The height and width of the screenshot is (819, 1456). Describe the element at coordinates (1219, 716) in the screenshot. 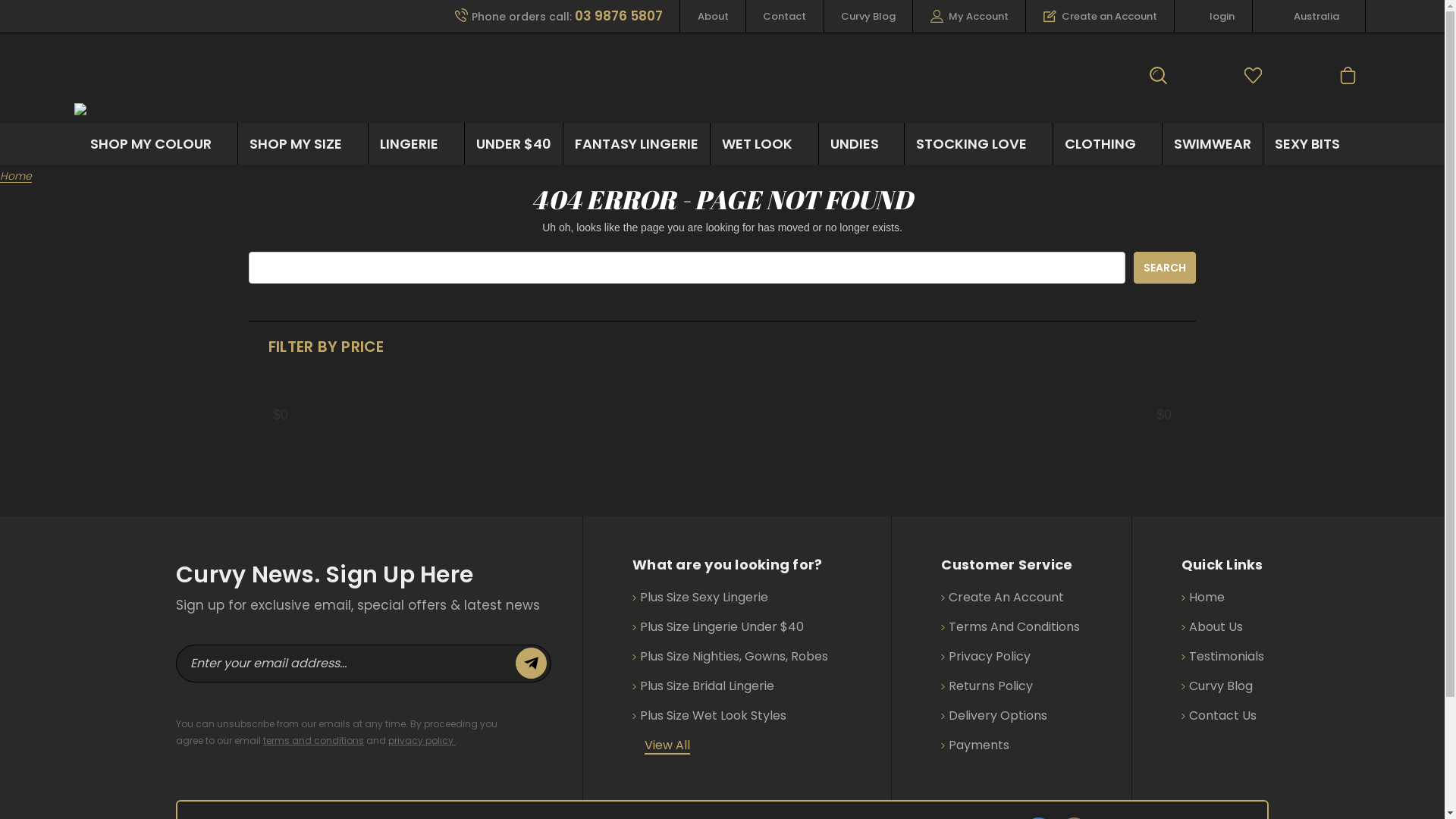

I see `'Contact Us'` at that location.